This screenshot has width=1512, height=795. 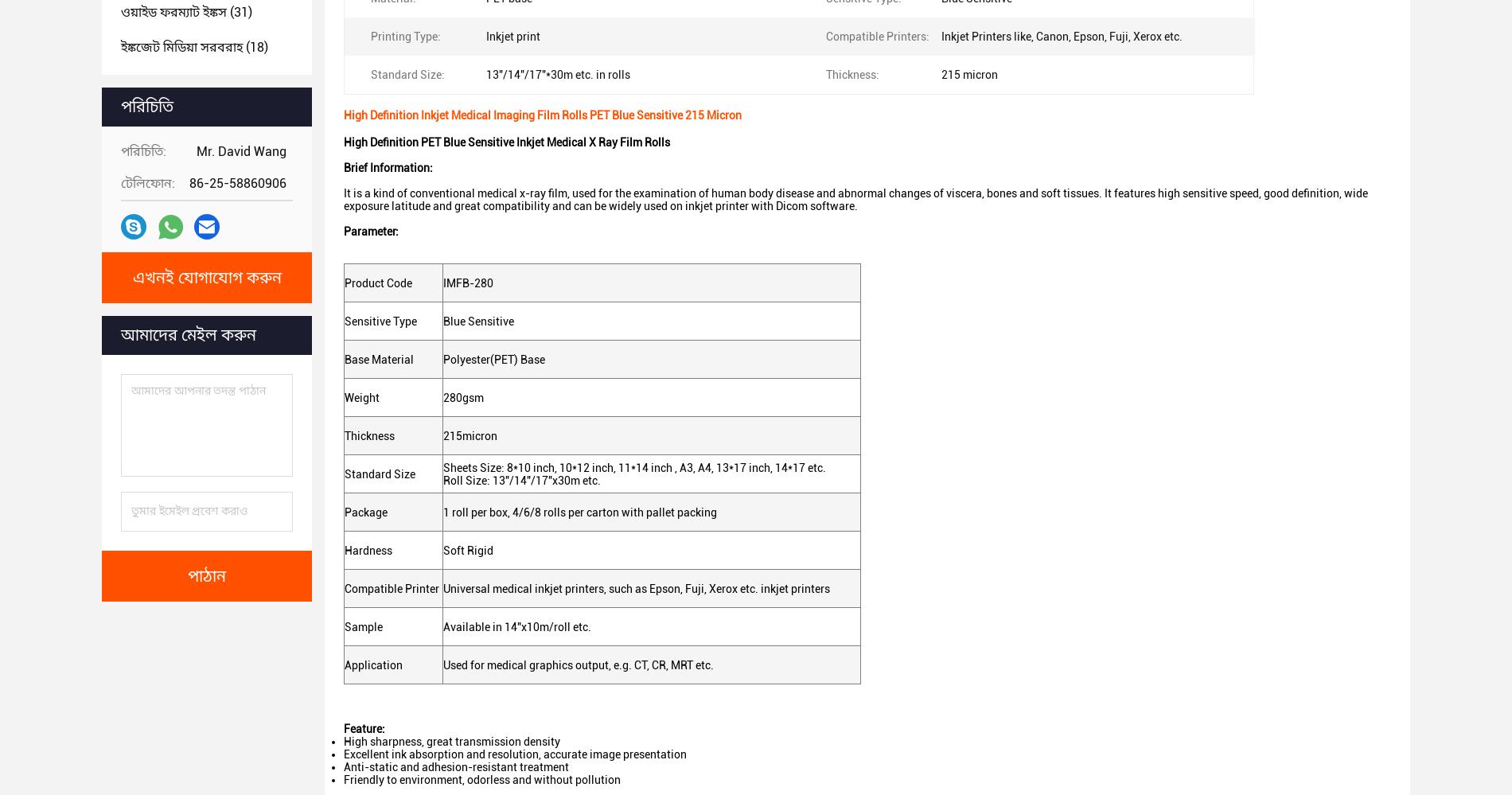 What do you see at coordinates (467, 550) in the screenshot?
I see `'Soft Rigid'` at bounding box center [467, 550].